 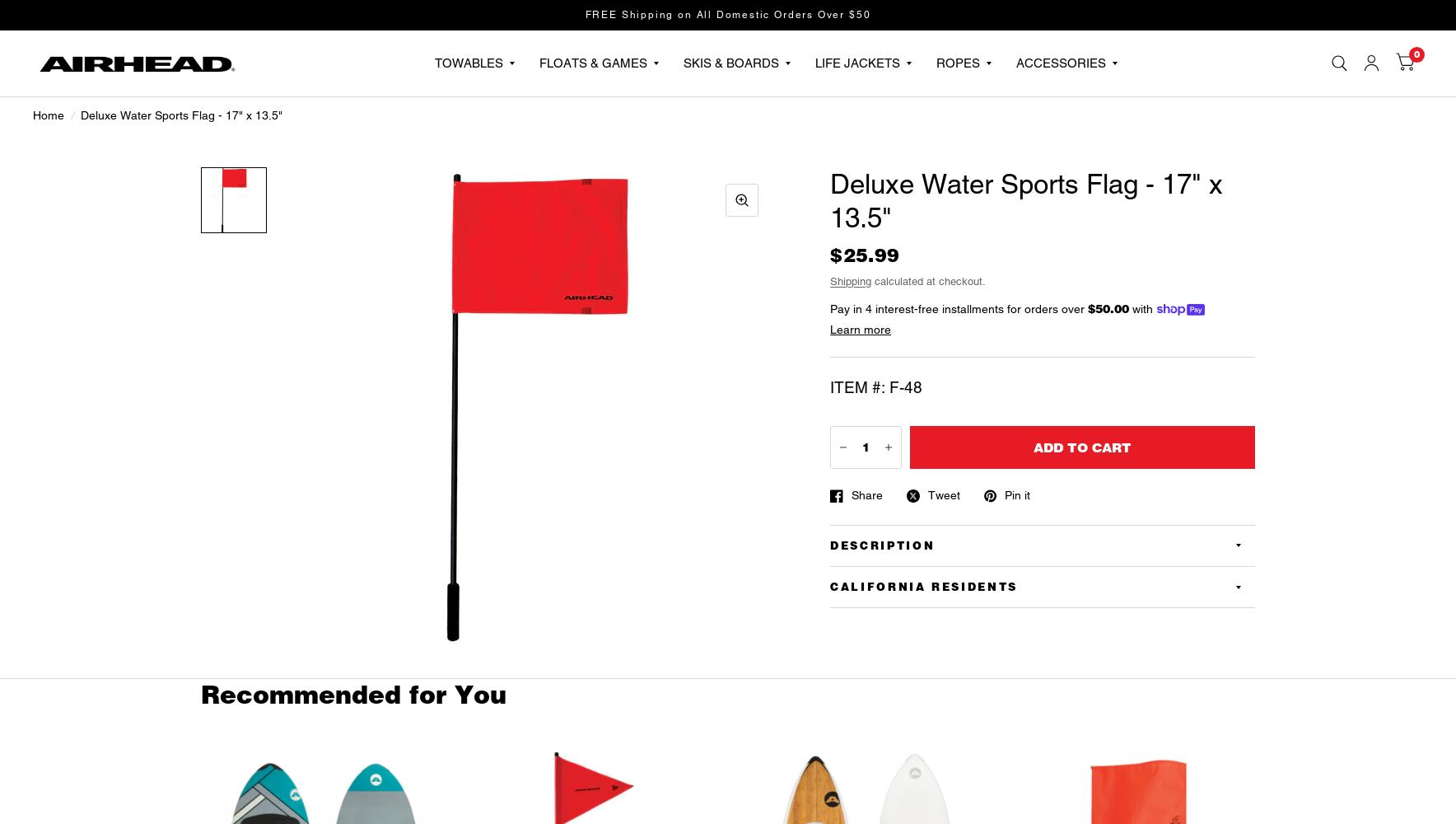 What do you see at coordinates (717, 133) in the screenshot?
I see `'RIVER TUBES & FLOATS'` at bounding box center [717, 133].